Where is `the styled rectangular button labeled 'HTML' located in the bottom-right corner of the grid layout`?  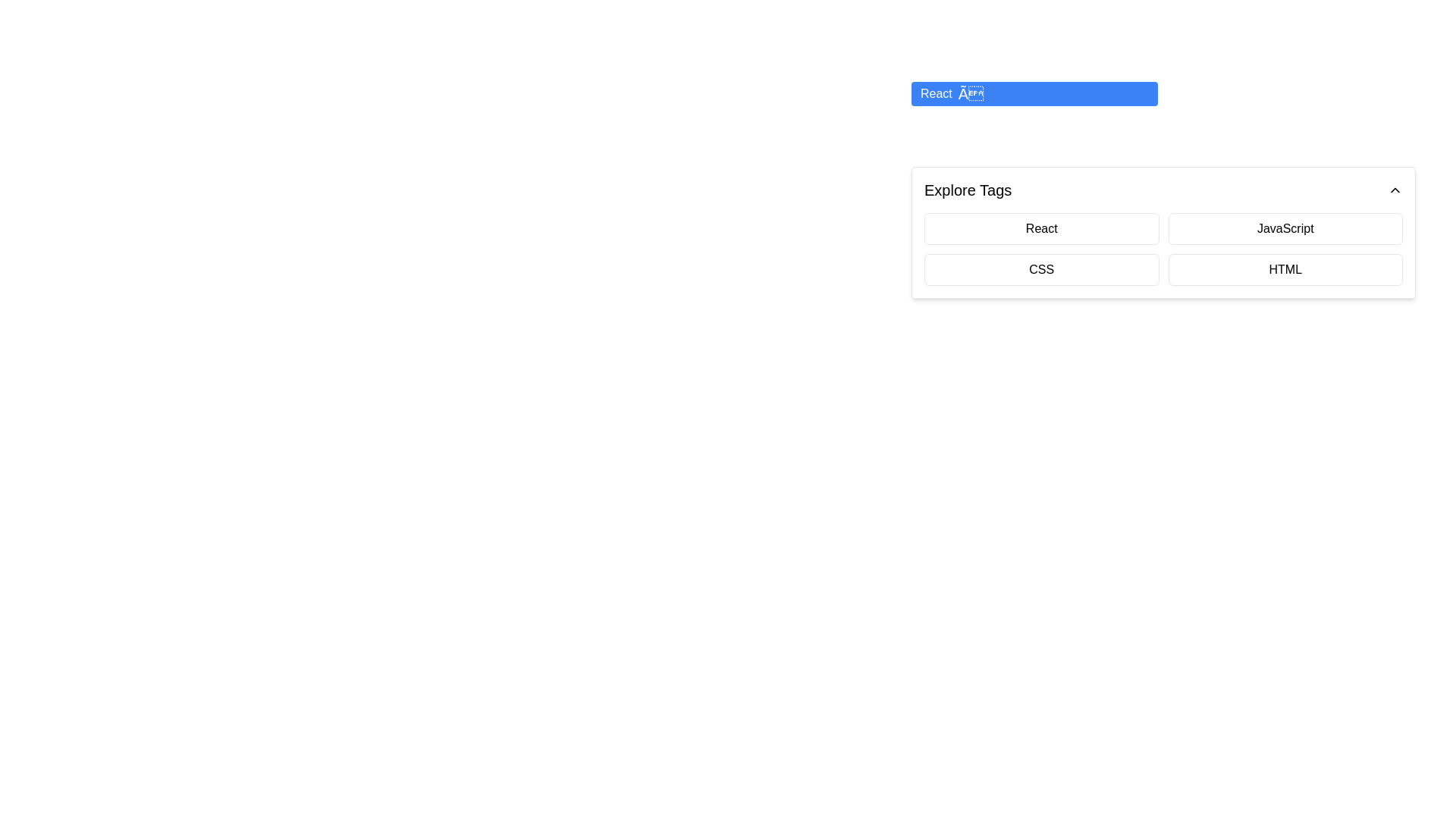 the styled rectangular button labeled 'HTML' located in the bottom-right corner of the grid layout is located at coordinates (1285, 268).